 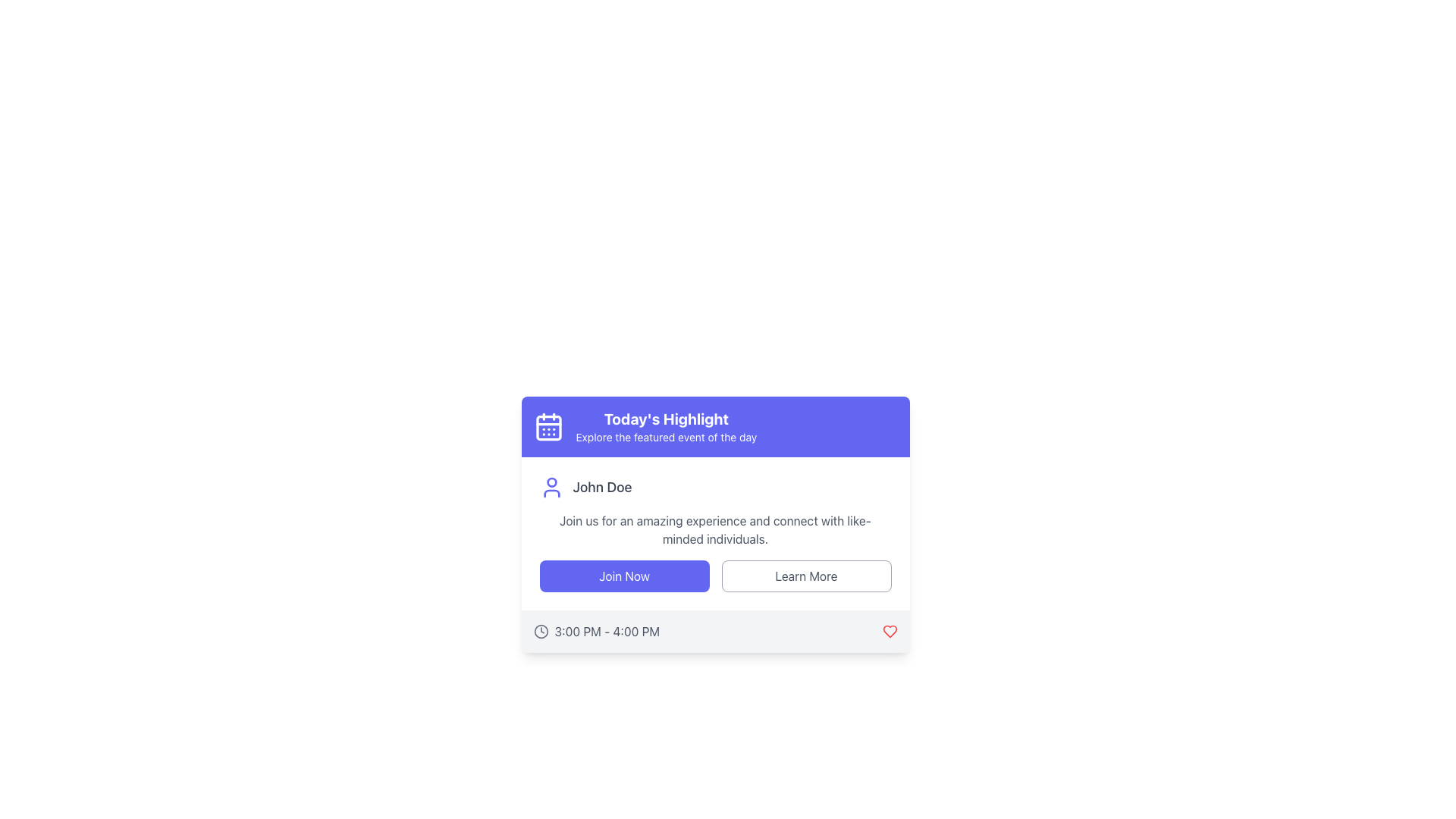 I want to click on the time display element located in the footer of the highlighted card, positioned to the left and adjacent to the heart icon, so click(x=595, y=632).